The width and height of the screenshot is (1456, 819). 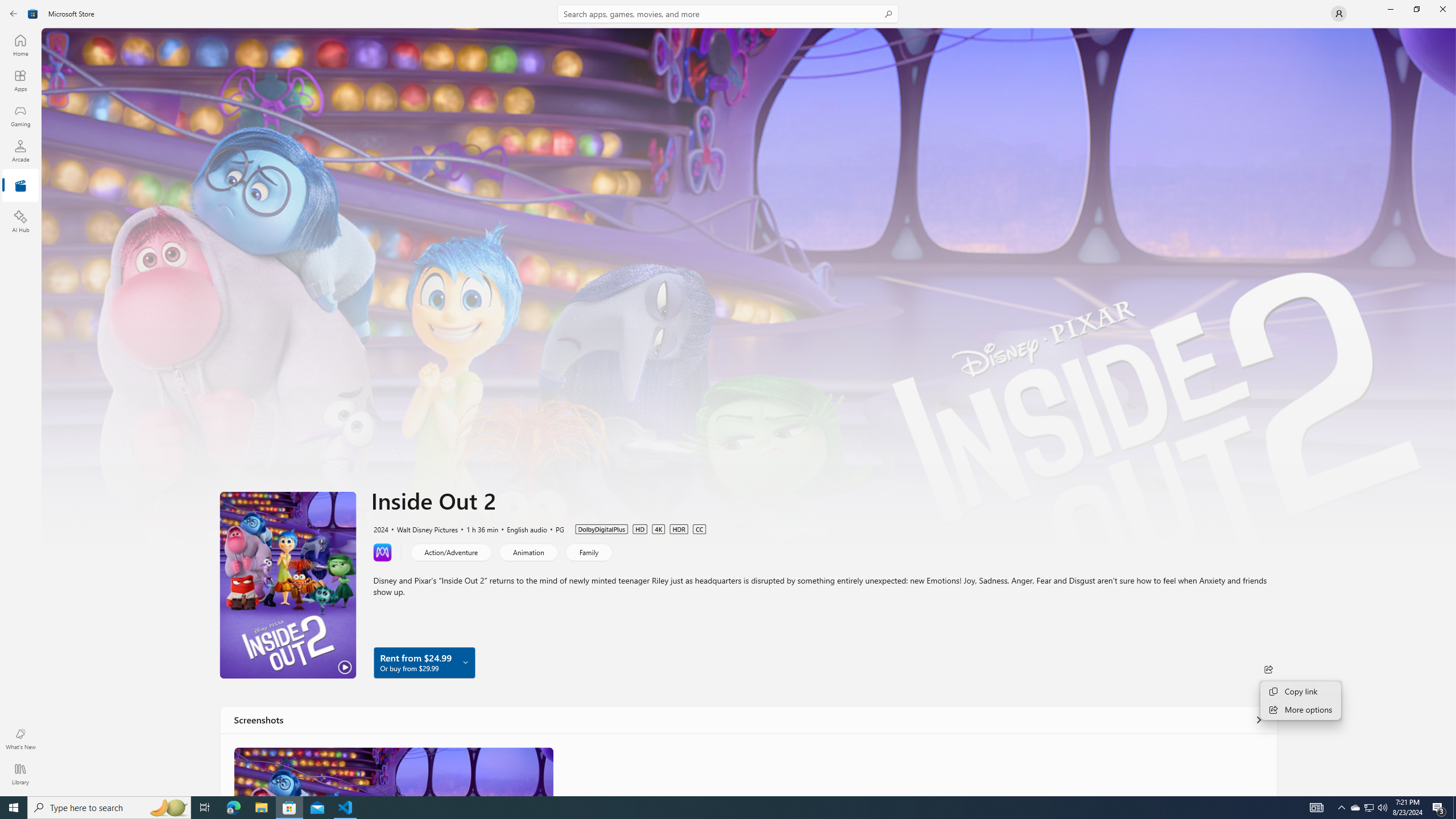 What do you see at coordinates (1389, 9) in the screenshot?
I see `'Minimize Microsoft Store'` at bounding box center [1389, 9].